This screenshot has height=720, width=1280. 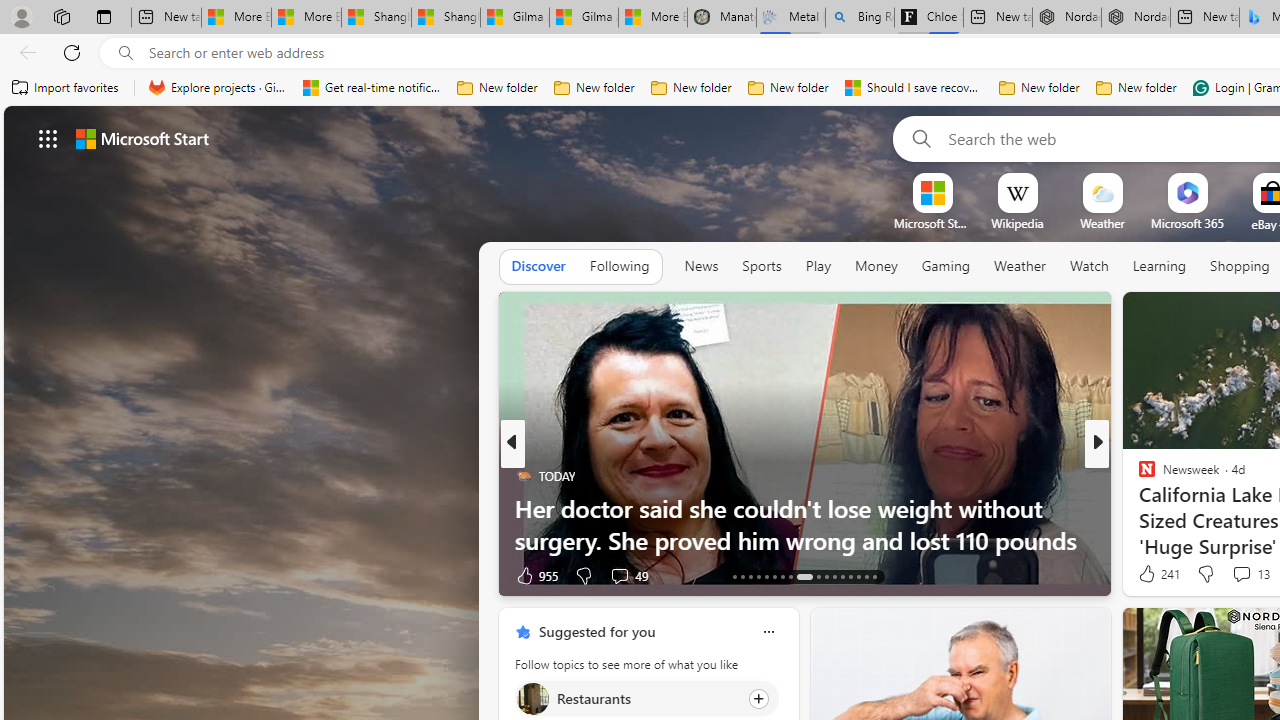 What do you see at coordinates (1157, 574) in the screenshot?
I see `'241 Like'` at bounding box center [1157, 574].